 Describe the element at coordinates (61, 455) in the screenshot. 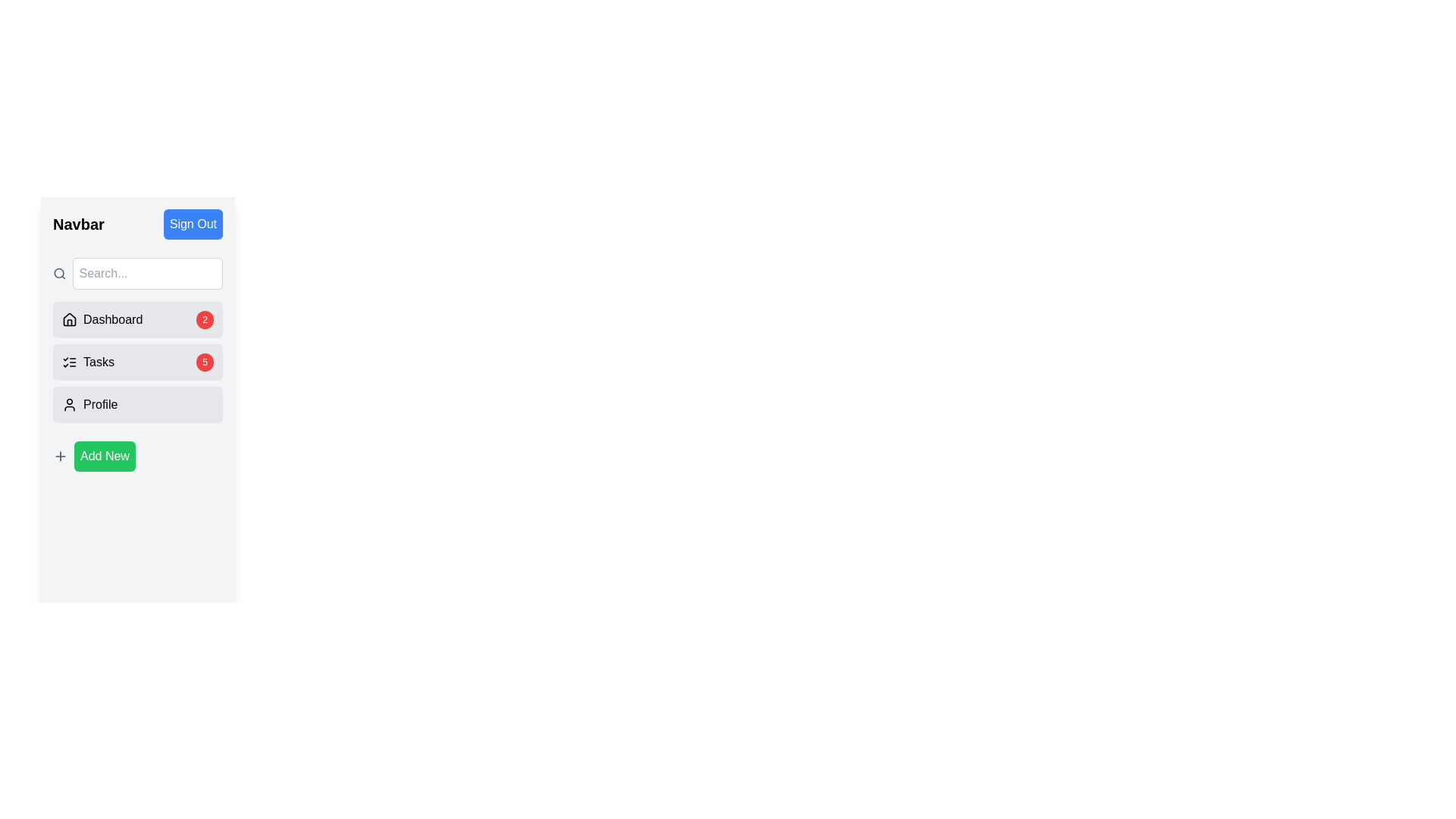

I see `the icon located at the bottom left part of the sidebar interface, which symbolizes the addition of a new item, adjacent to the 'Add New' button` at that location.